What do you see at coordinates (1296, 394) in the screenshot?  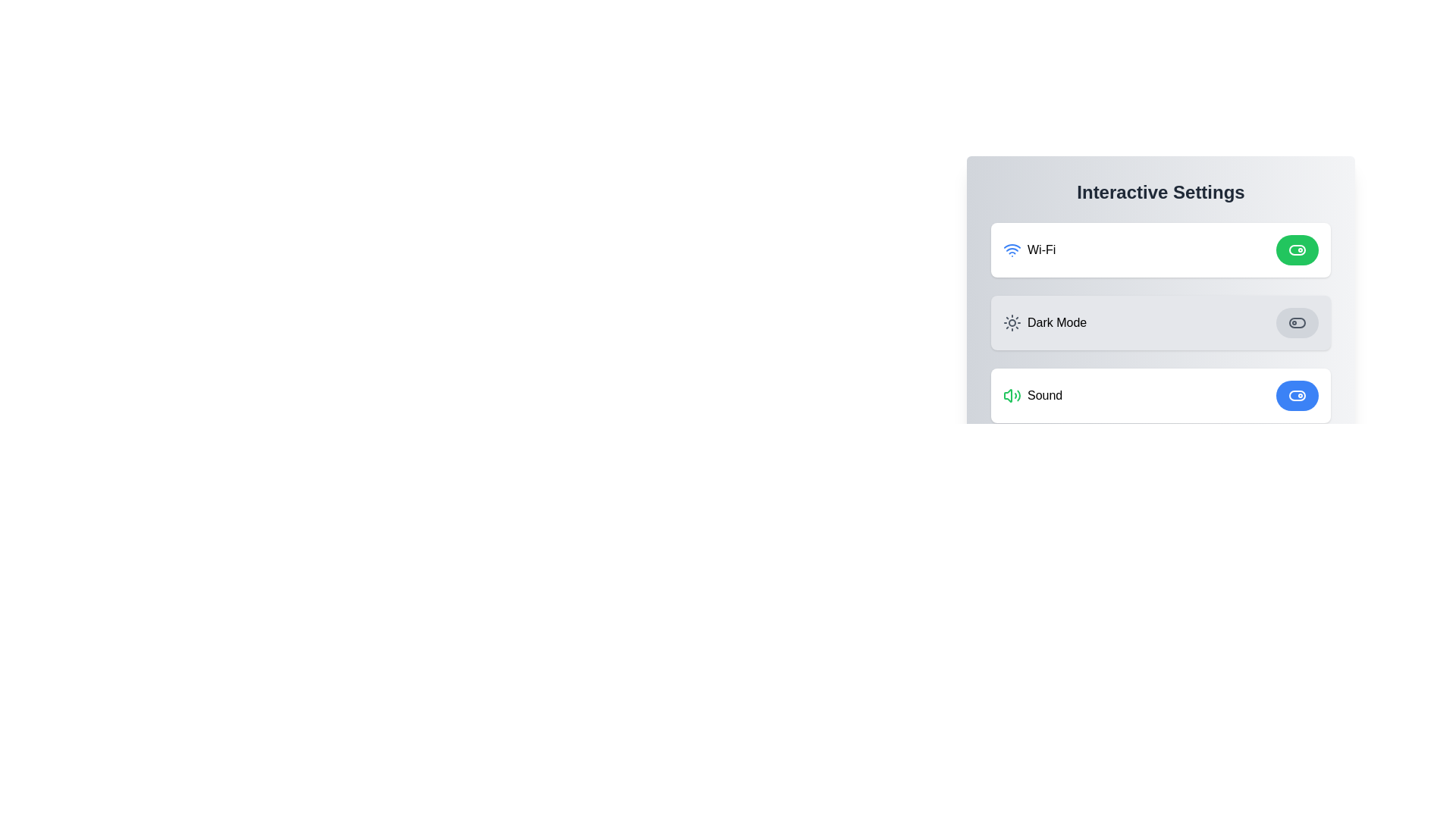 I see `the Toggle Button located in the bottom-right corner of the 'Sound' setting in the 'Interactive Settings' section` at bounding box center [1296, 394].